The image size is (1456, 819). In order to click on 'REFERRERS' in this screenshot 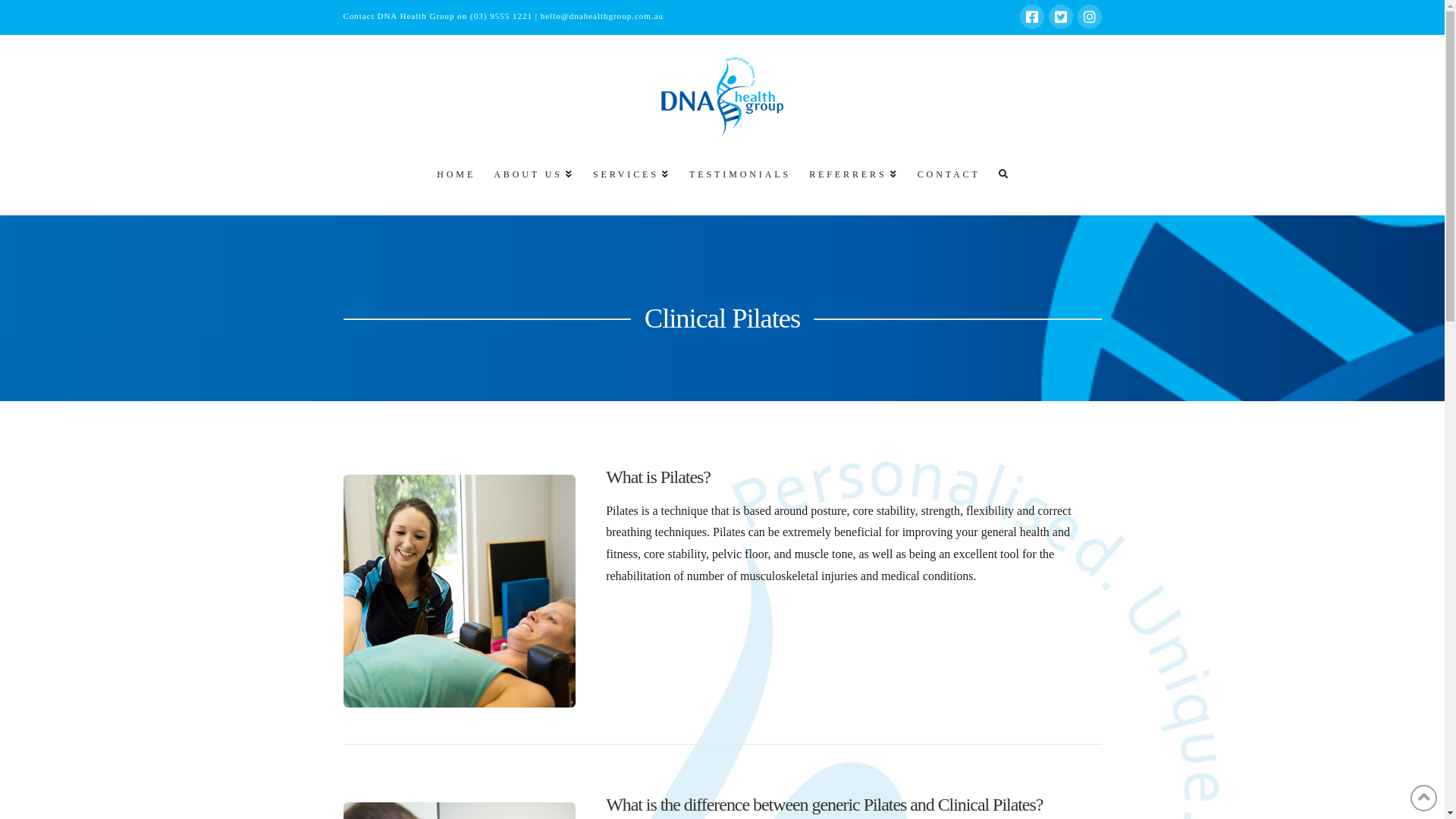, I will do `click(852, 180)`.